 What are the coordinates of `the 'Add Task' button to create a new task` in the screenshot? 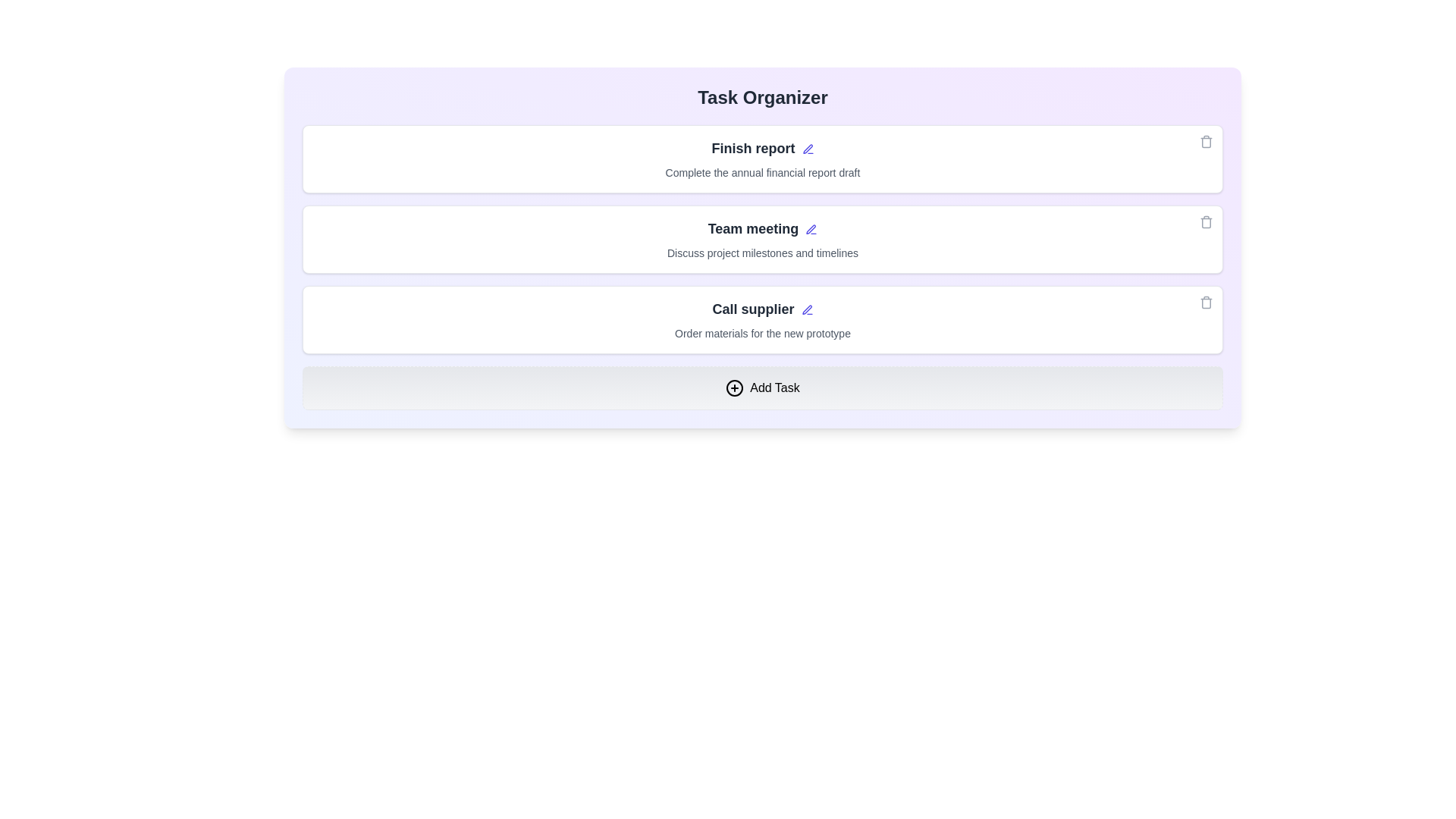 It's located at (763, 388).